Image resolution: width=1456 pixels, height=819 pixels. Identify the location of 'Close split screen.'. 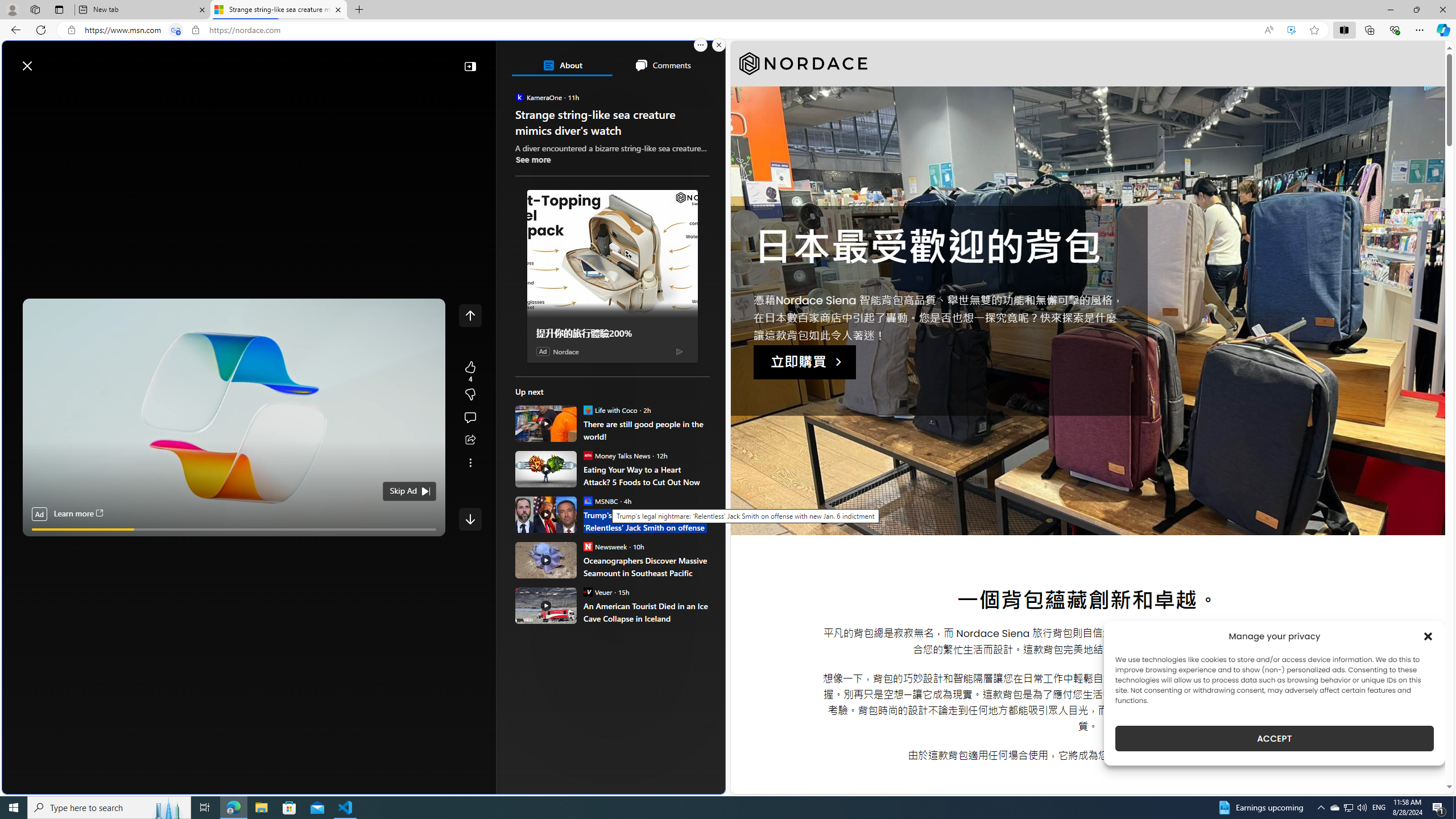
(718, 44).